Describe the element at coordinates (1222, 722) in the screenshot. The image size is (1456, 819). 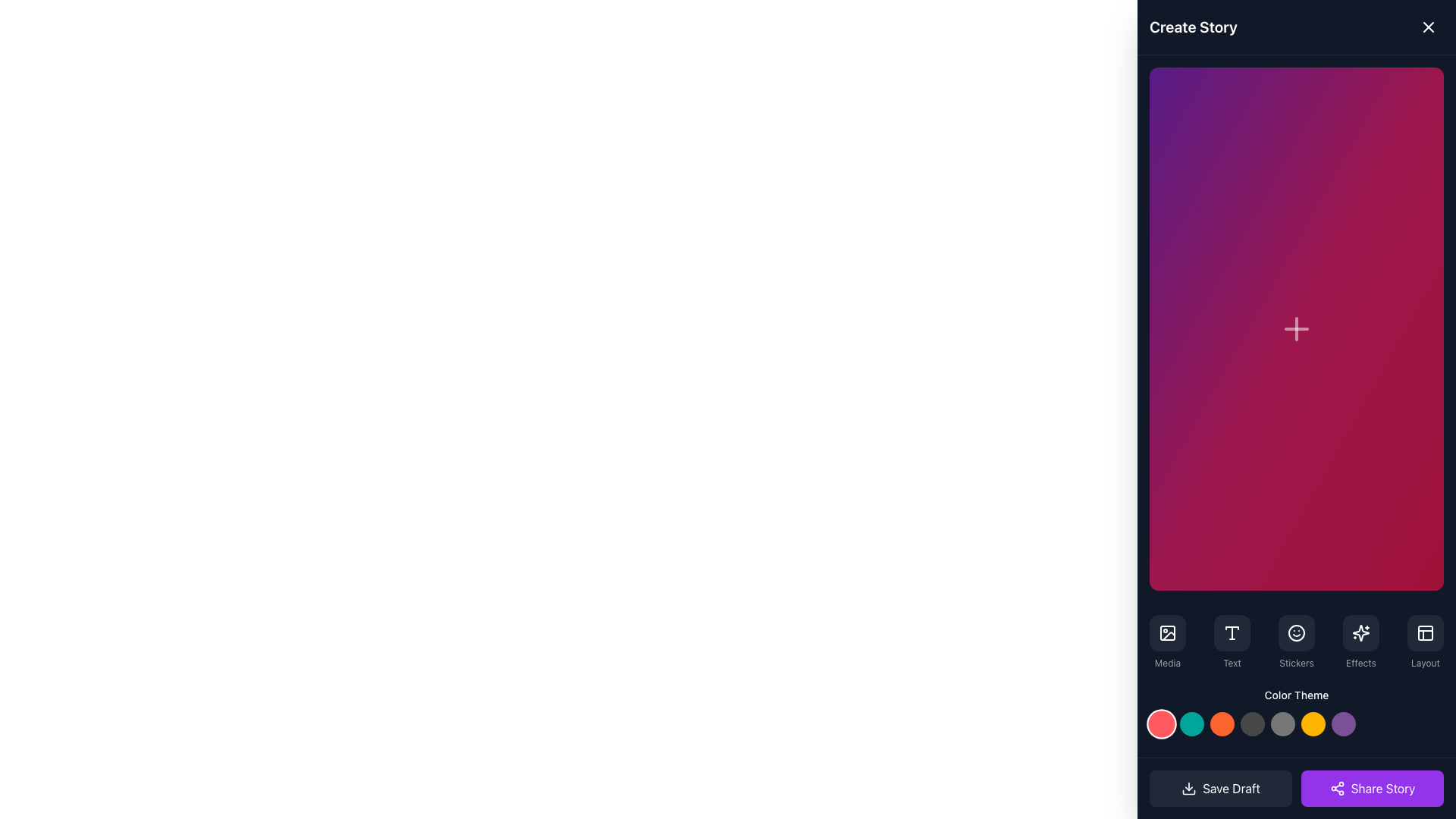
I see `the third circular button in a sequence of seven buttons located at the center of the bottom section of the interface` at that location.